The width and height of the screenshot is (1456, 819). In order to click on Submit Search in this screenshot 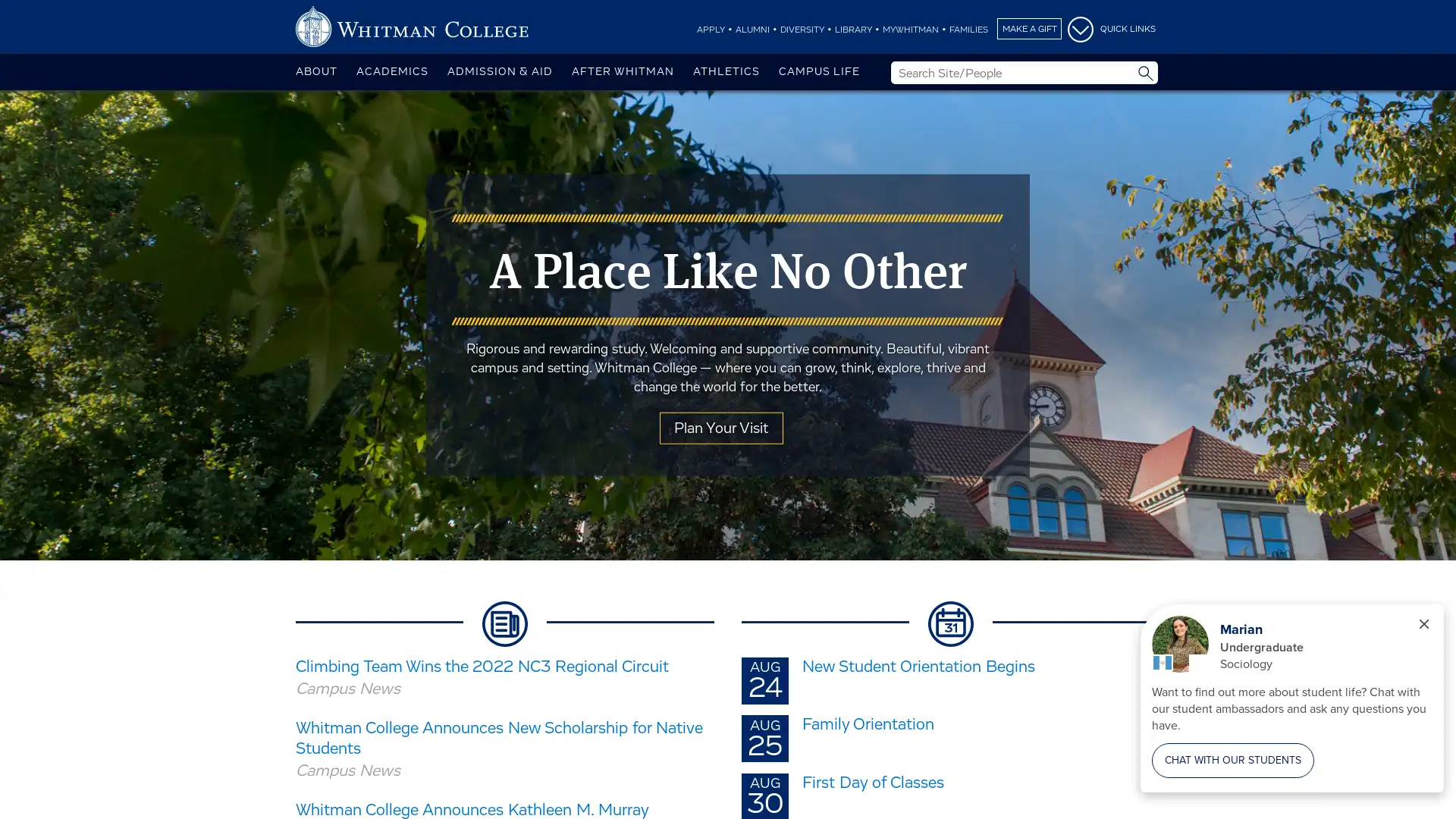, I will do `click(1146, 72)`.